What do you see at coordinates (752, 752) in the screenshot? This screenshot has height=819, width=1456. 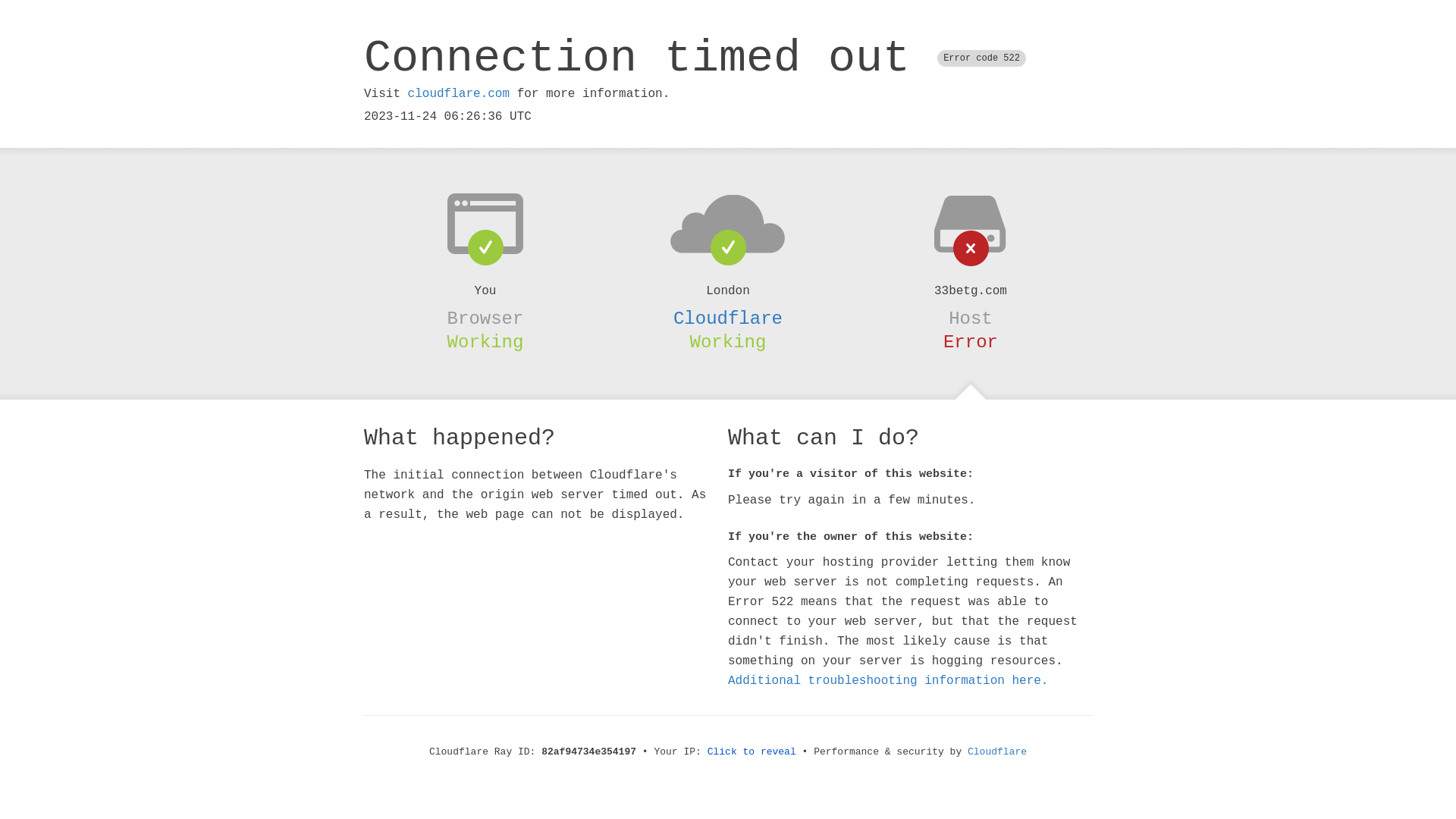 I see `'Click to reveal'` at bounding box center [752, 752].